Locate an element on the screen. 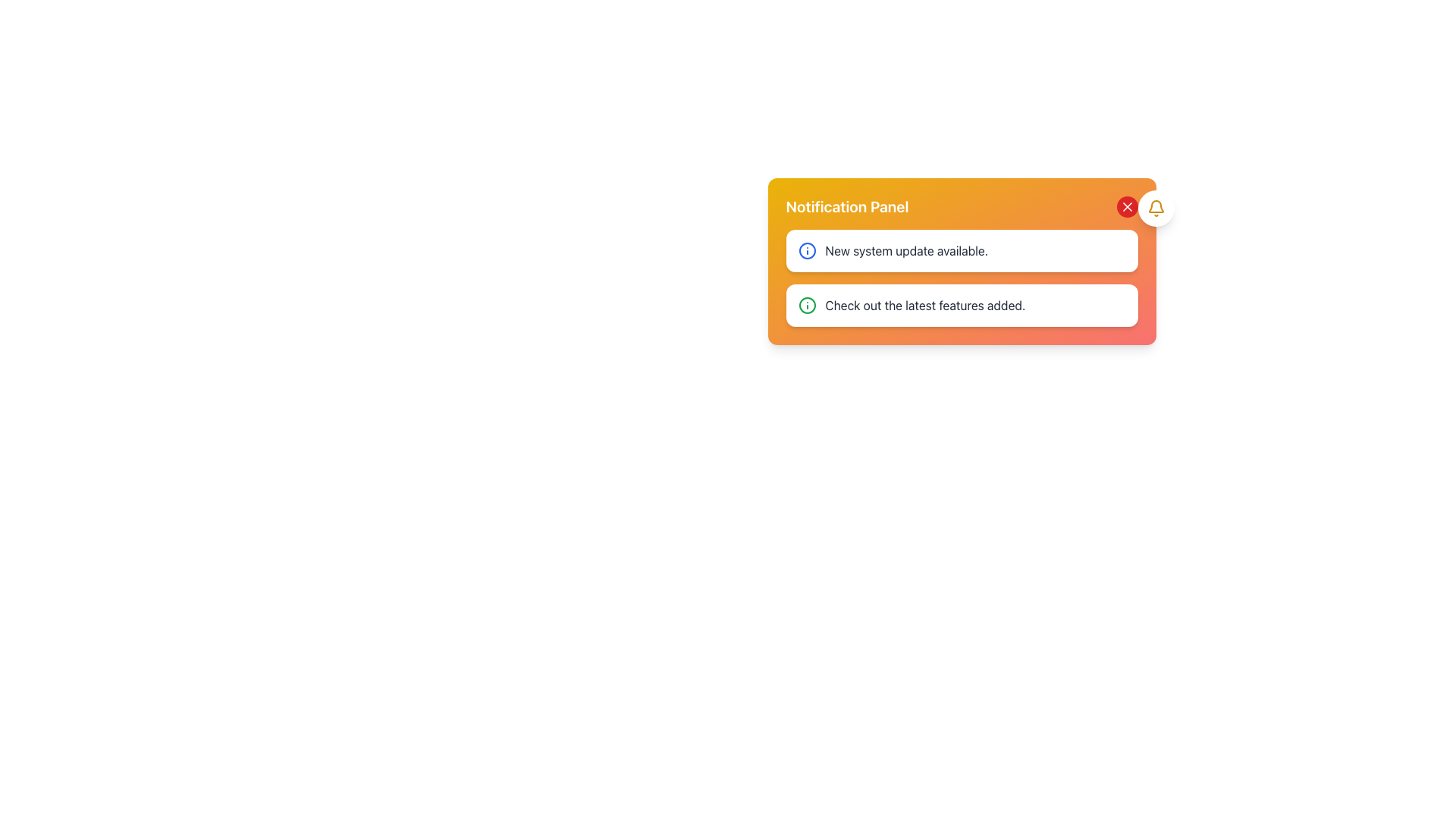  the bell icon button in the top-right corner of the notification panel is located at coordinates (1155, 208).